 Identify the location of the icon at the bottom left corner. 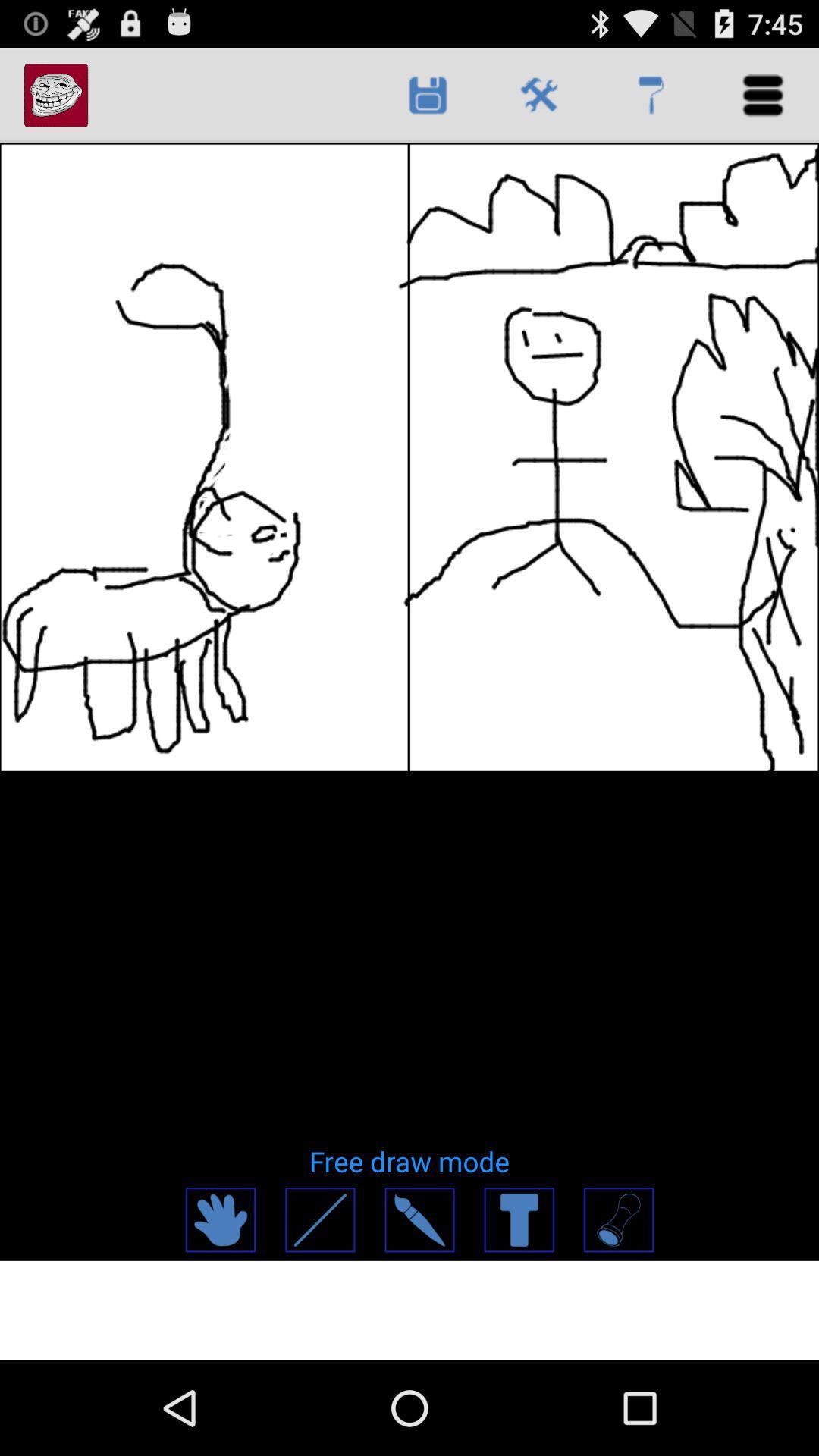
(220, 1219).